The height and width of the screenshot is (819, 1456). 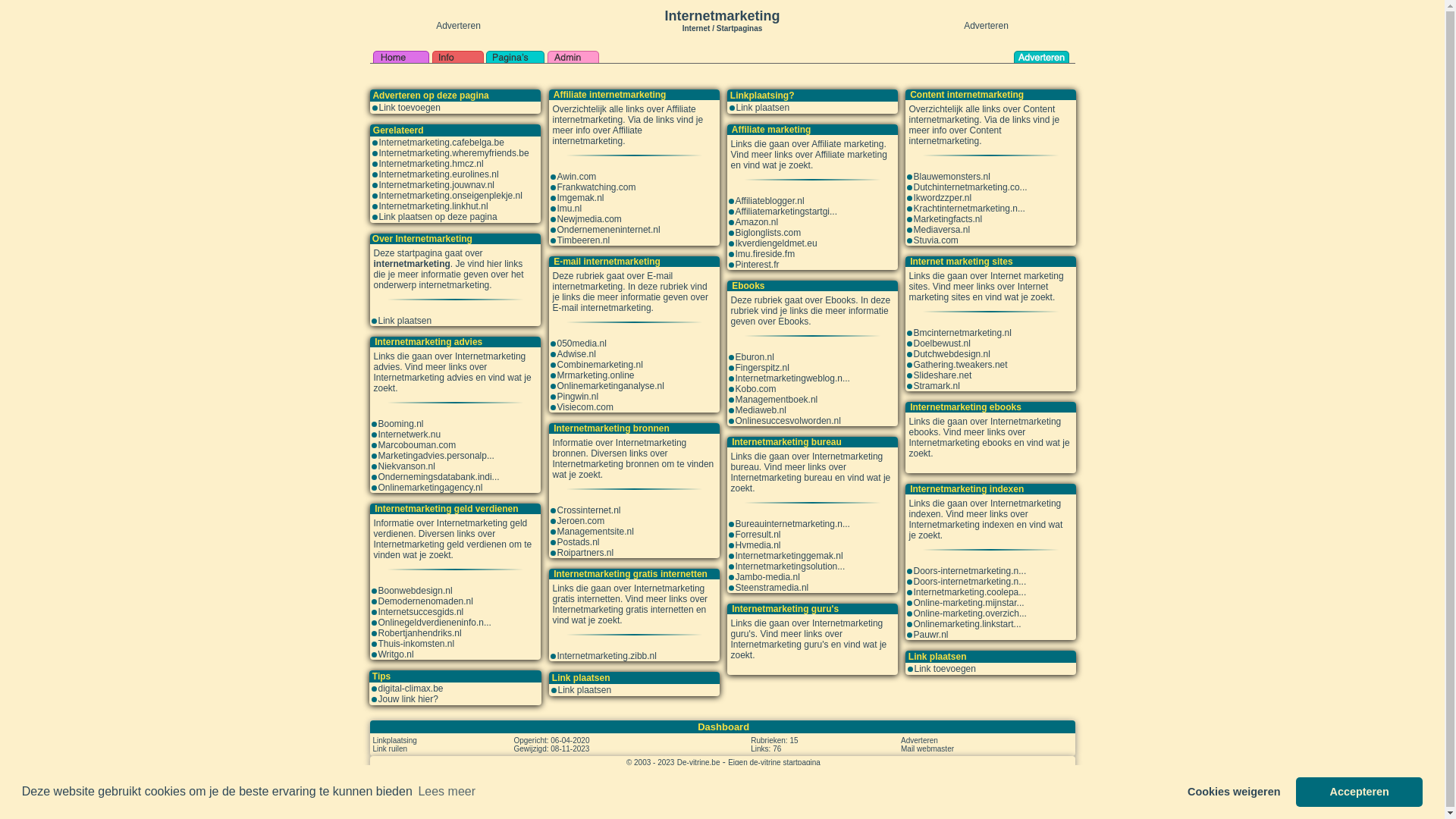 What do you see at coordinates (595, 186) in the screenshot?
I see `'Frankwatching.com'` at bounding box center [595, 186].